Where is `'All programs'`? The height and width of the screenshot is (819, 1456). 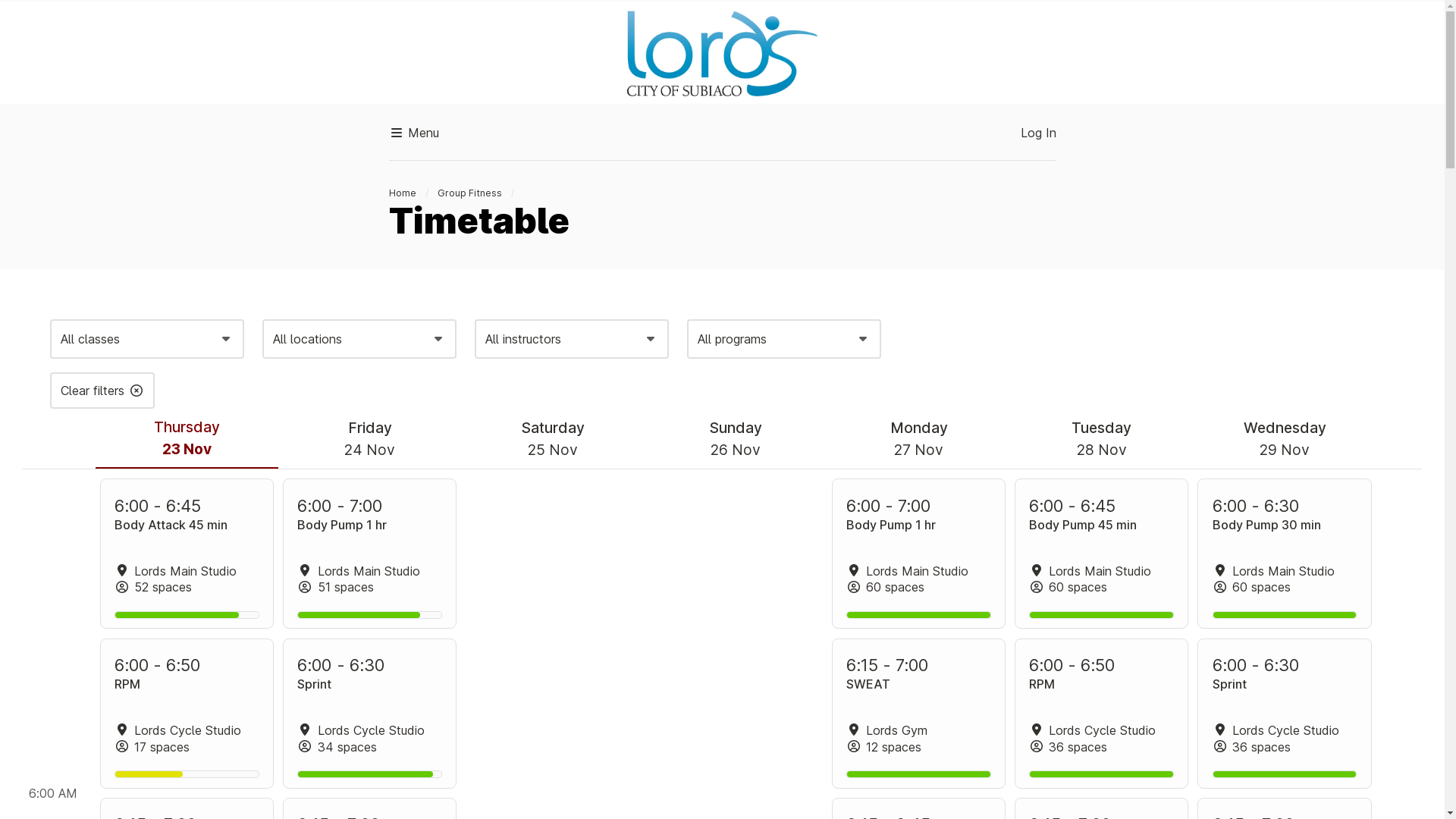 'All programs' is located at coordinates (783, 338).